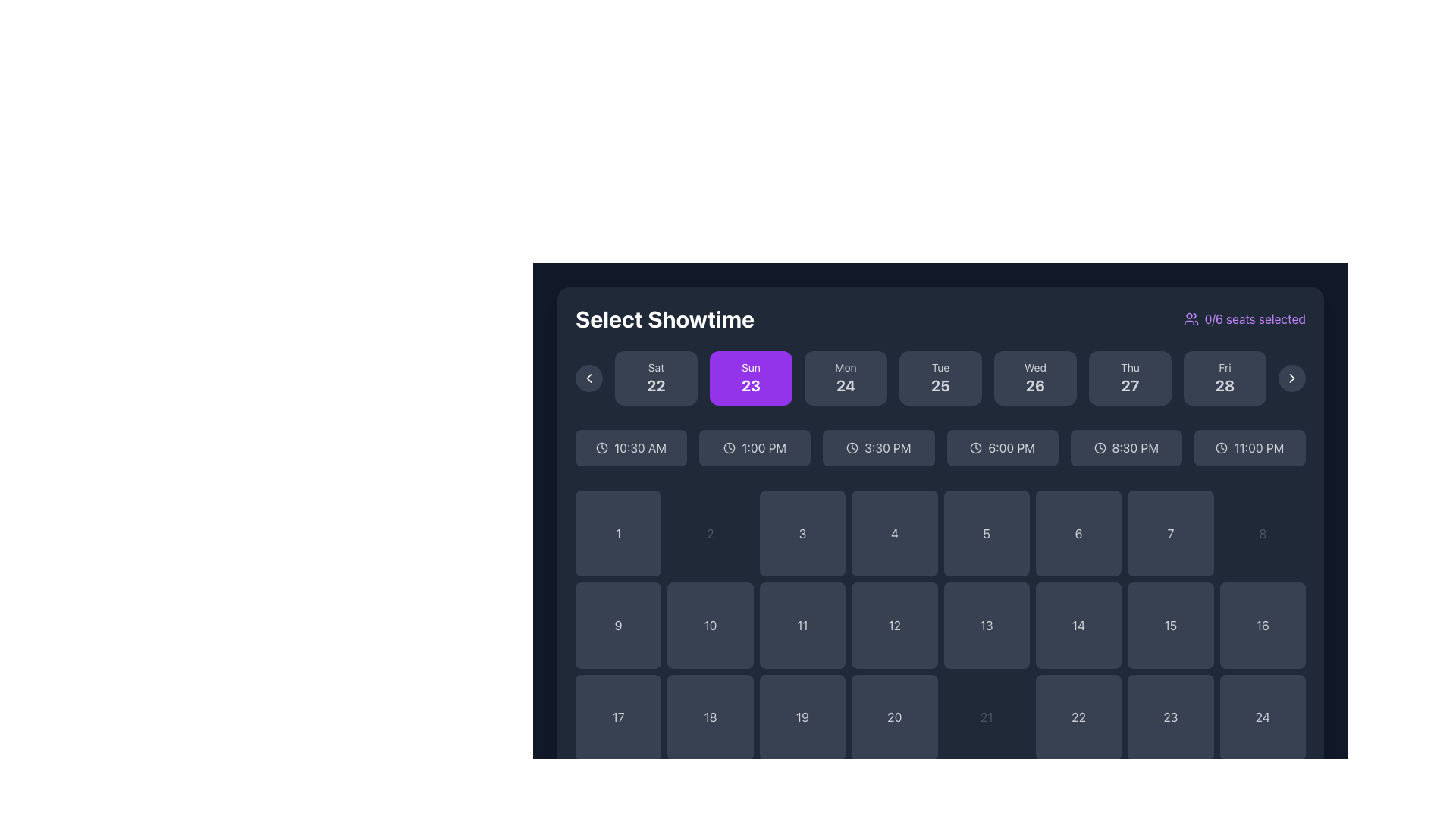 Image resolution: width=1456 pixels, height=819 pixels. Describe the element at coordinates (894, 532) in the screenshot. I see `the button labeled '4', which is the fourth item in a grid of buttons, for visual feedback` at that location.